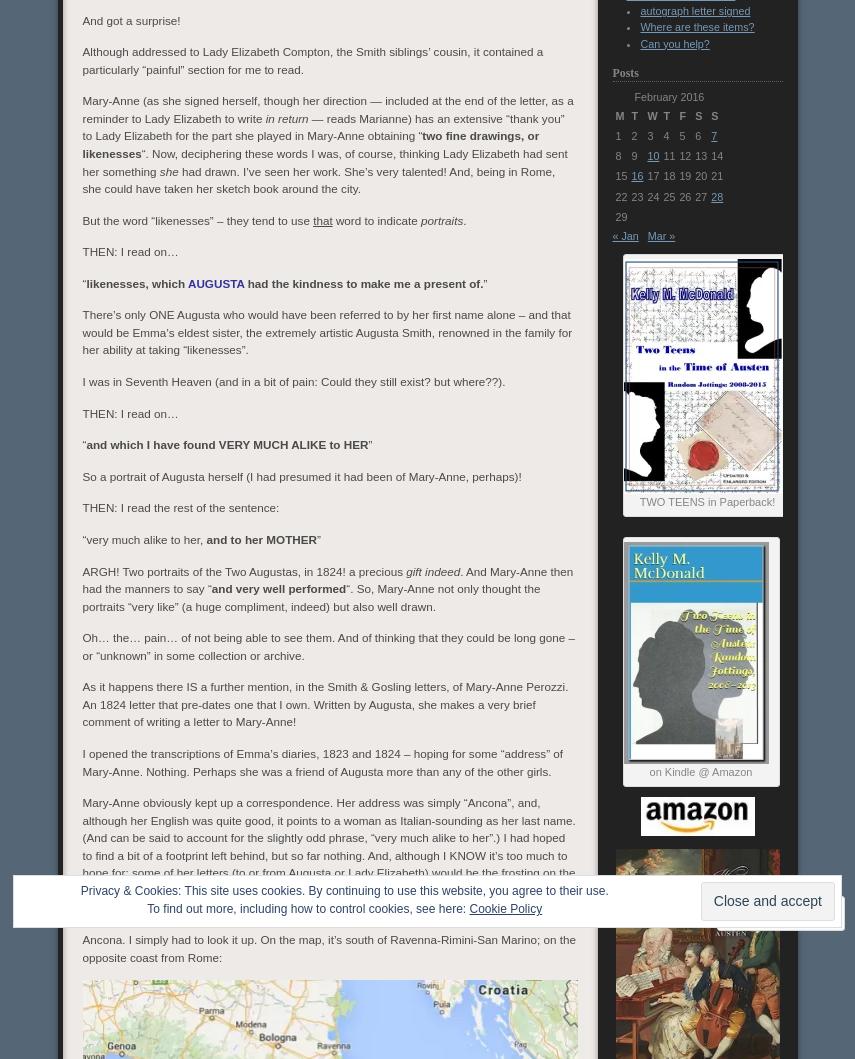 This screenshot has width=855, height=1059. What do you see at coordinates (716, 175) in the screenshot?
I see `'21'` at bounding box center [716, 175].